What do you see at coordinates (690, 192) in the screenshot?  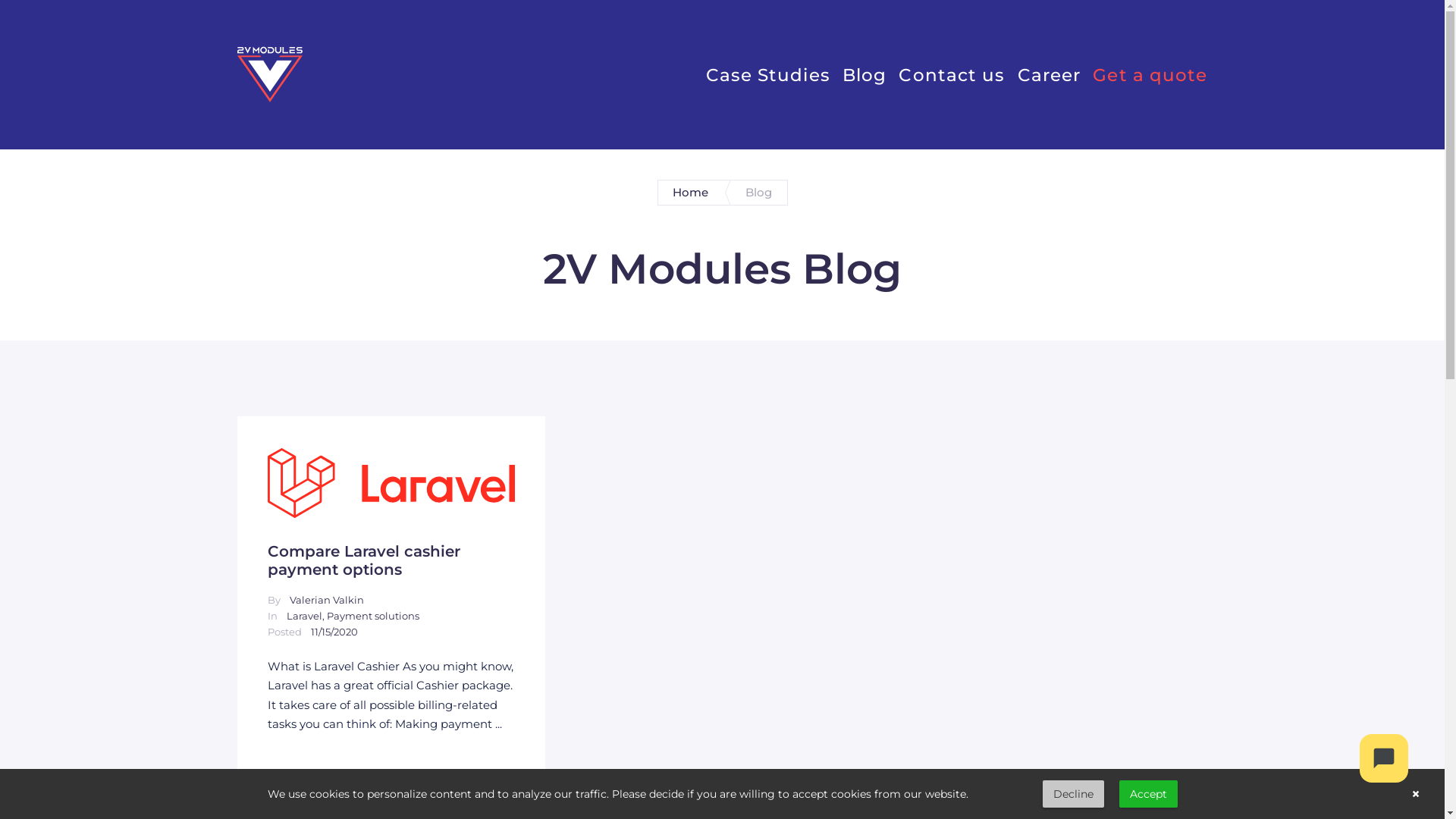 I see `'Home'` at bounding box center [690, 192].